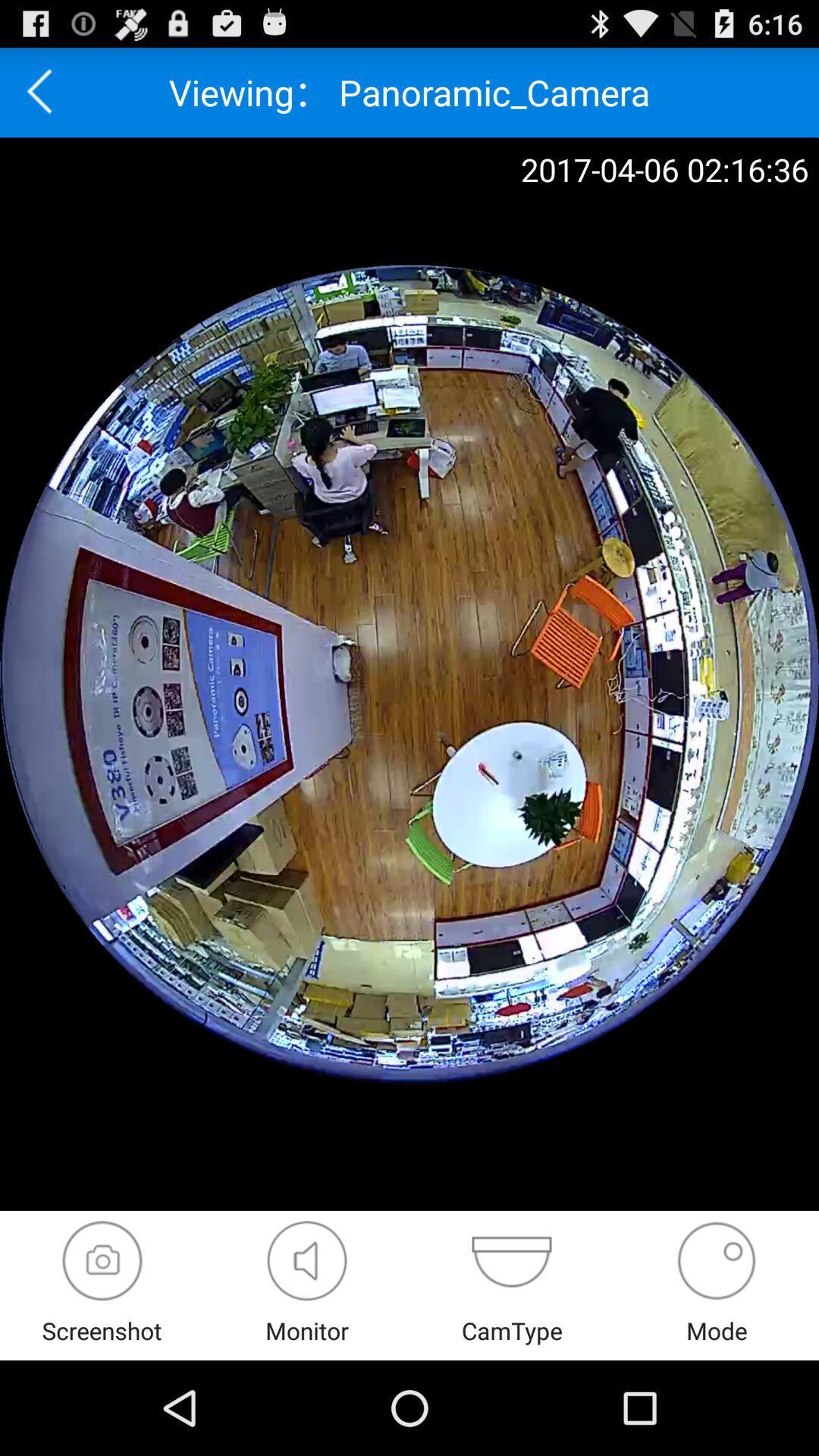 Image resolution: width=819 pixels, height=1456 pixels. I want to click on monitor, so click(307, 1260).